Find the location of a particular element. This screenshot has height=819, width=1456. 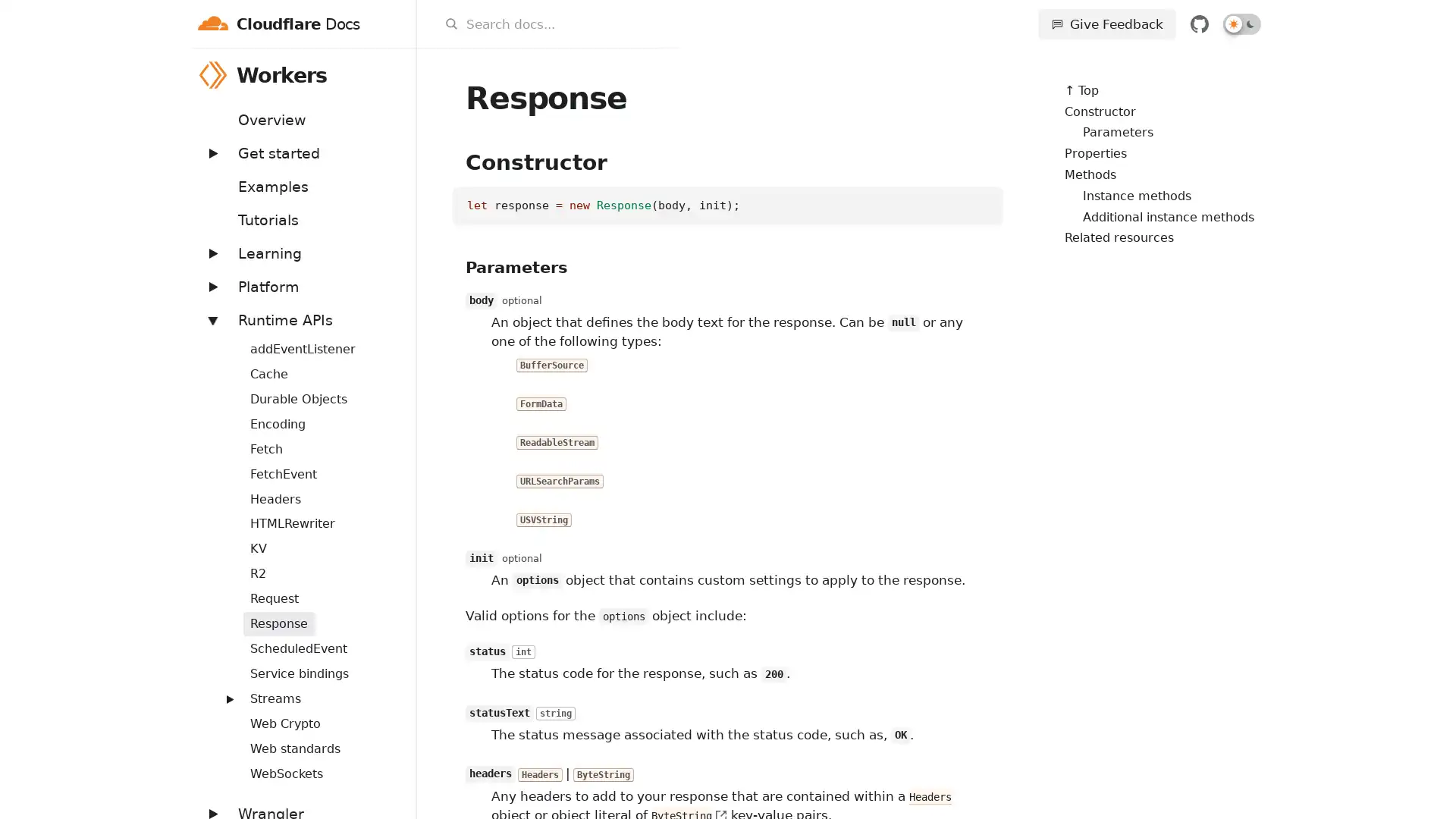

Give Feedback is located at coordinates (1106, 24).